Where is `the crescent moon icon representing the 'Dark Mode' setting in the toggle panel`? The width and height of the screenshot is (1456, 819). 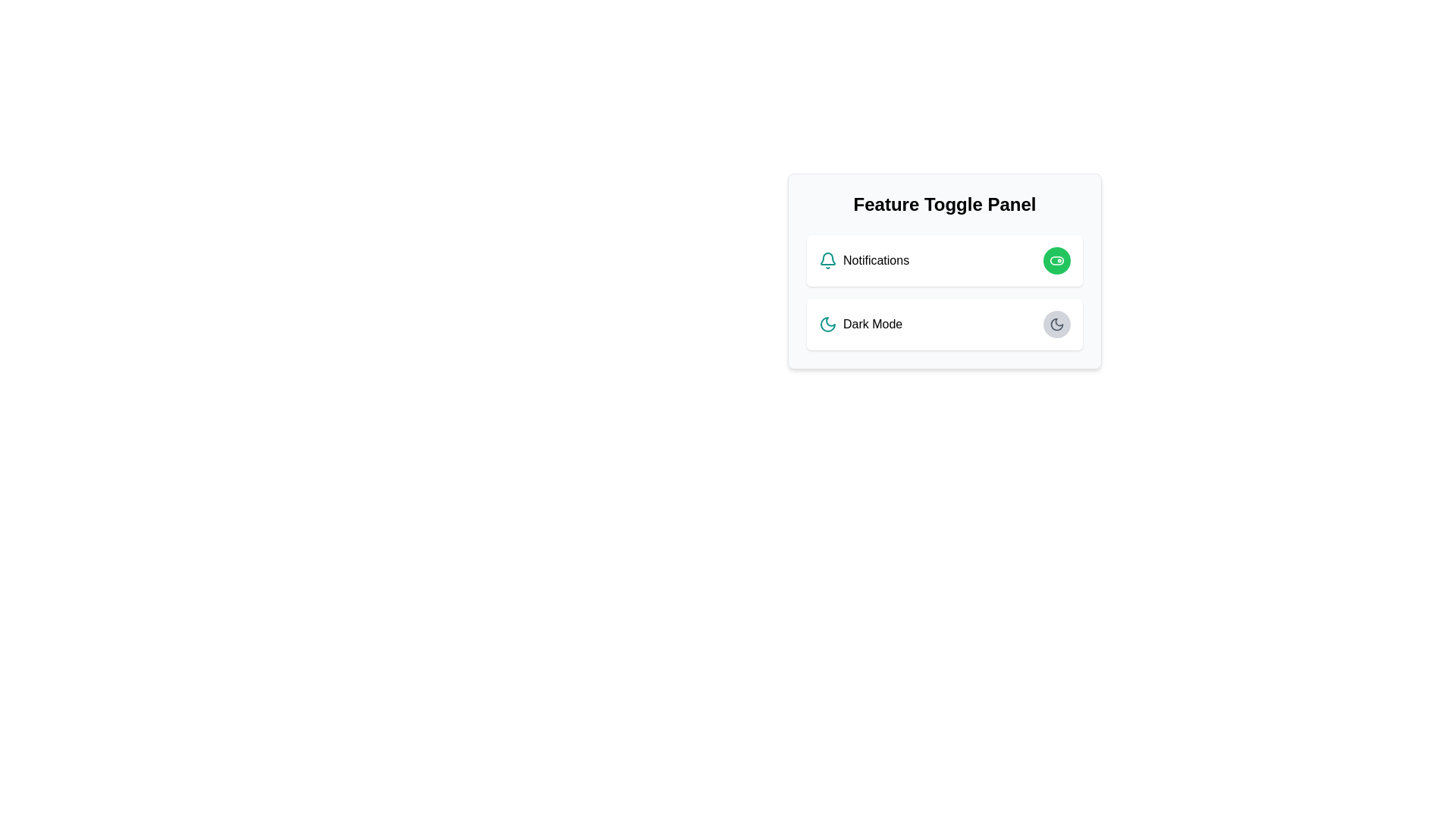
the crescent moon icon representing the 'Dark Mode' setting in the toggle panel is located at coordinates (1056, 324).